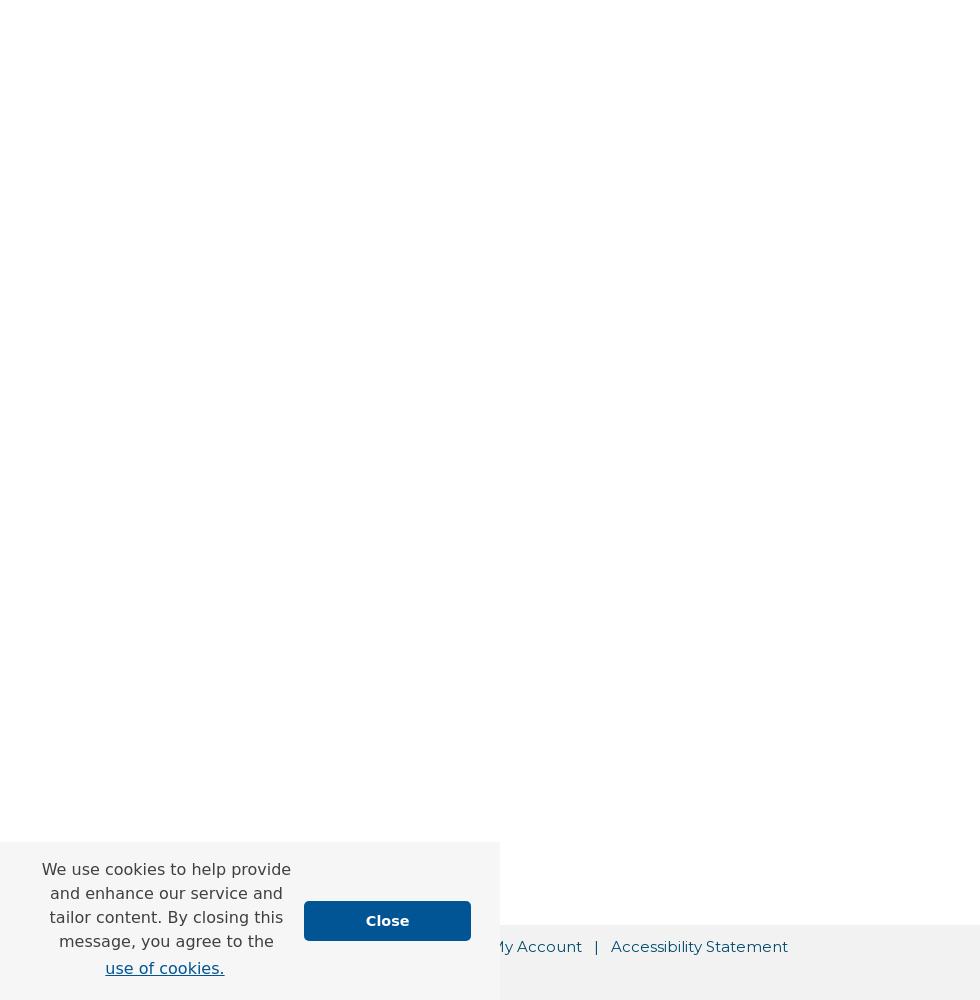 The width and height of the screenshot is (980, 1000). I want to click on 'Privacy', so click(295, 976).